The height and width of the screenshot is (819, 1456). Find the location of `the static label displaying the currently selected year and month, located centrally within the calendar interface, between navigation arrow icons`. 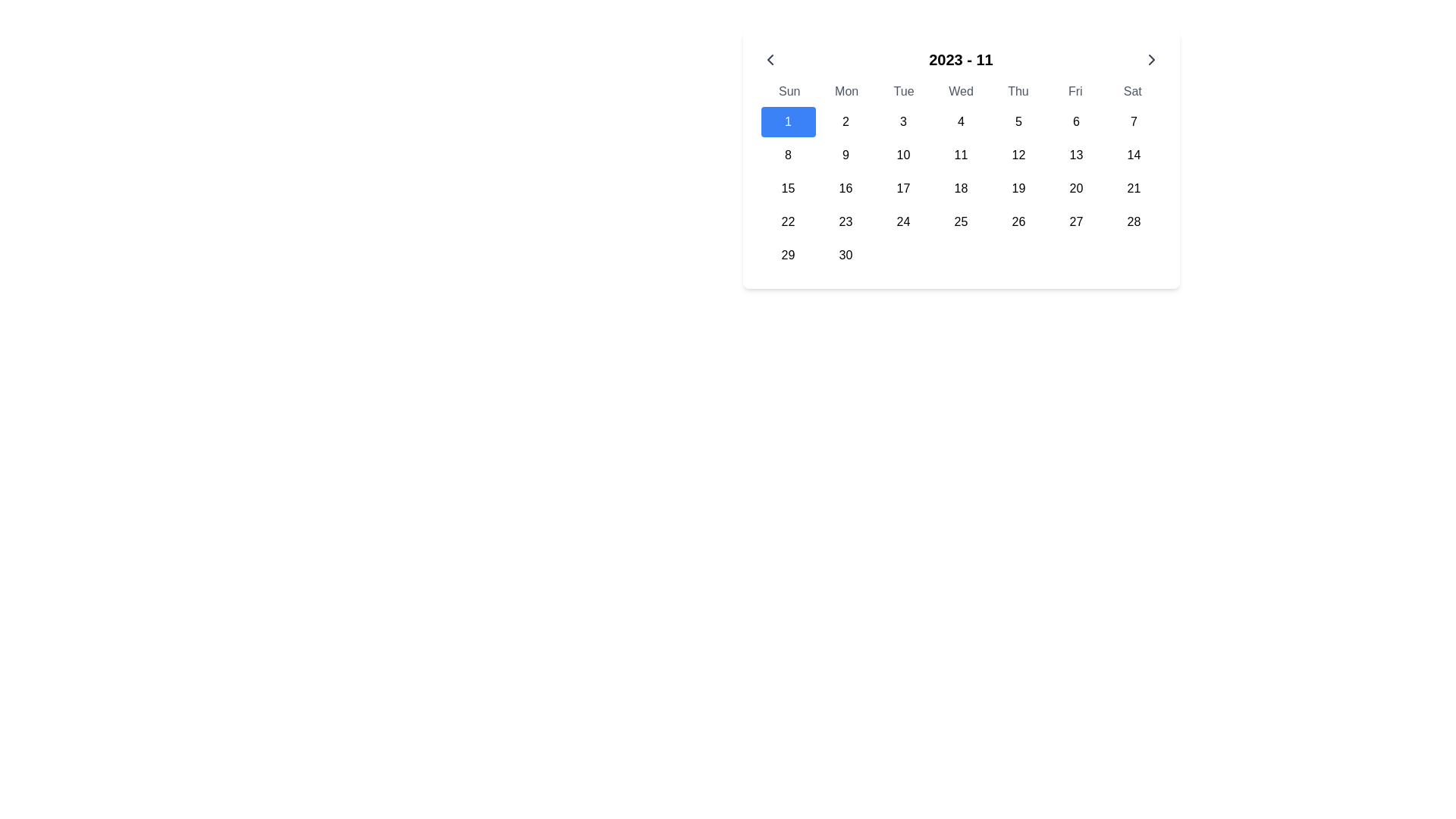

the static label displaying the currently selected year and month, located centrally within the calendar interface, between navigation arrow icons is located at coordinates (960, 58).